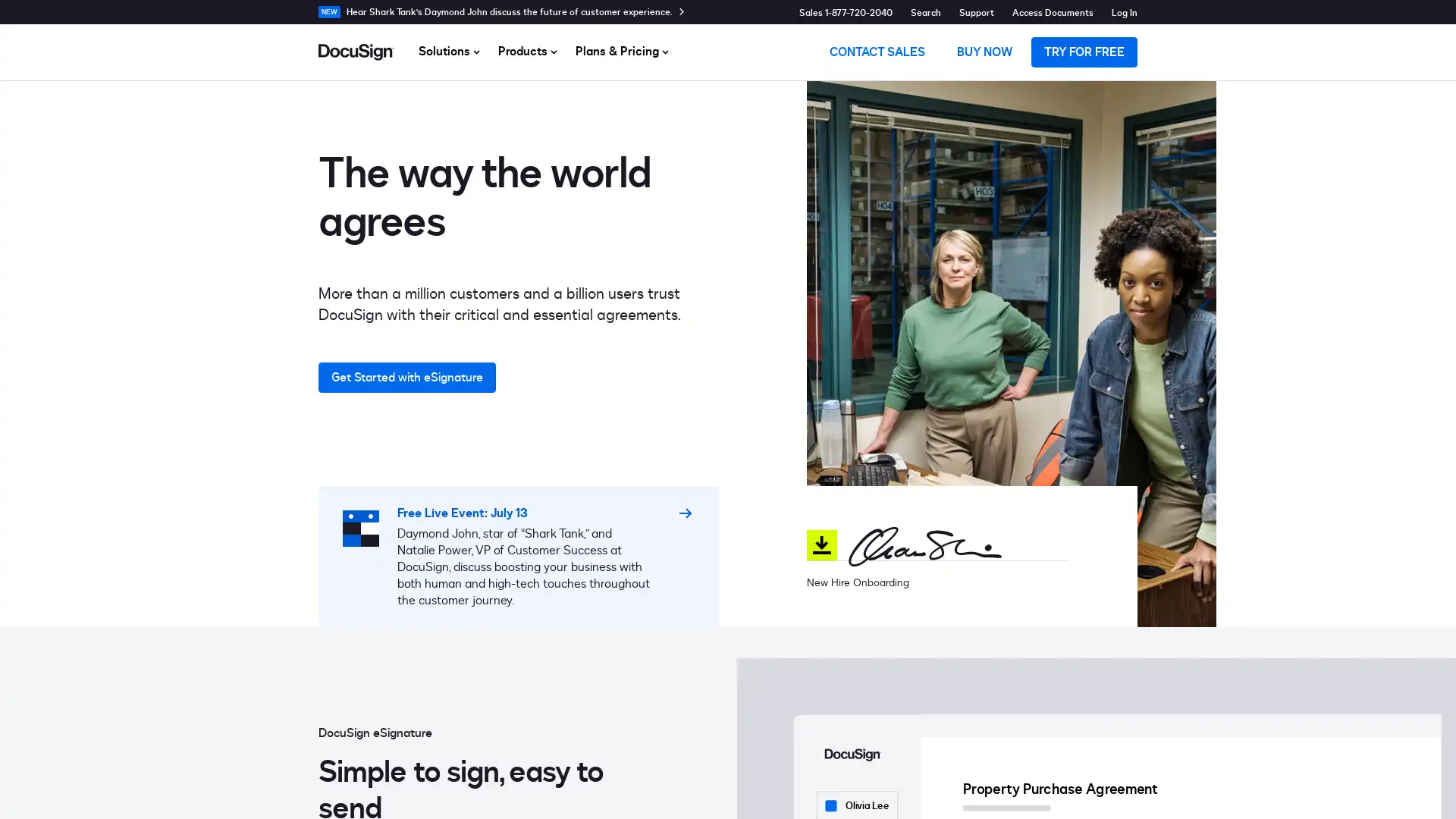 The height and width of the screenshot is (819, 1456). I want to click on Products, so click(528, 52).